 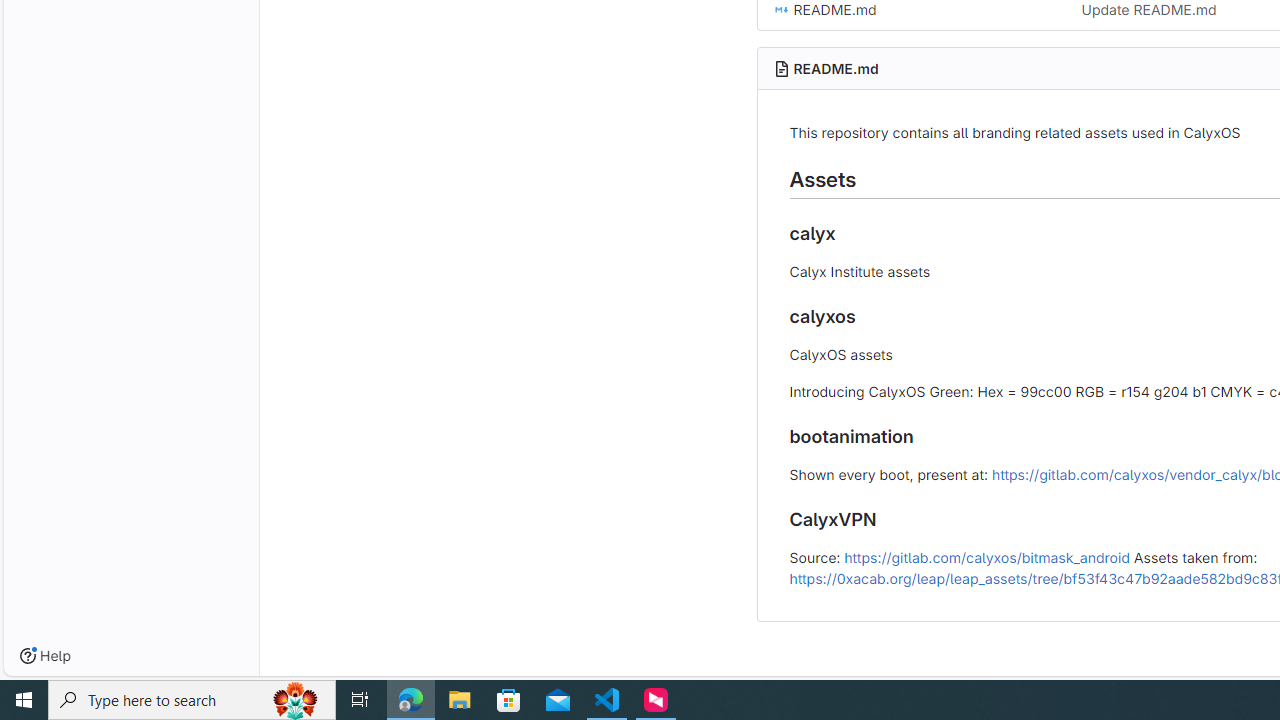 I want to click on 'Help', so click(x=45, y=655).